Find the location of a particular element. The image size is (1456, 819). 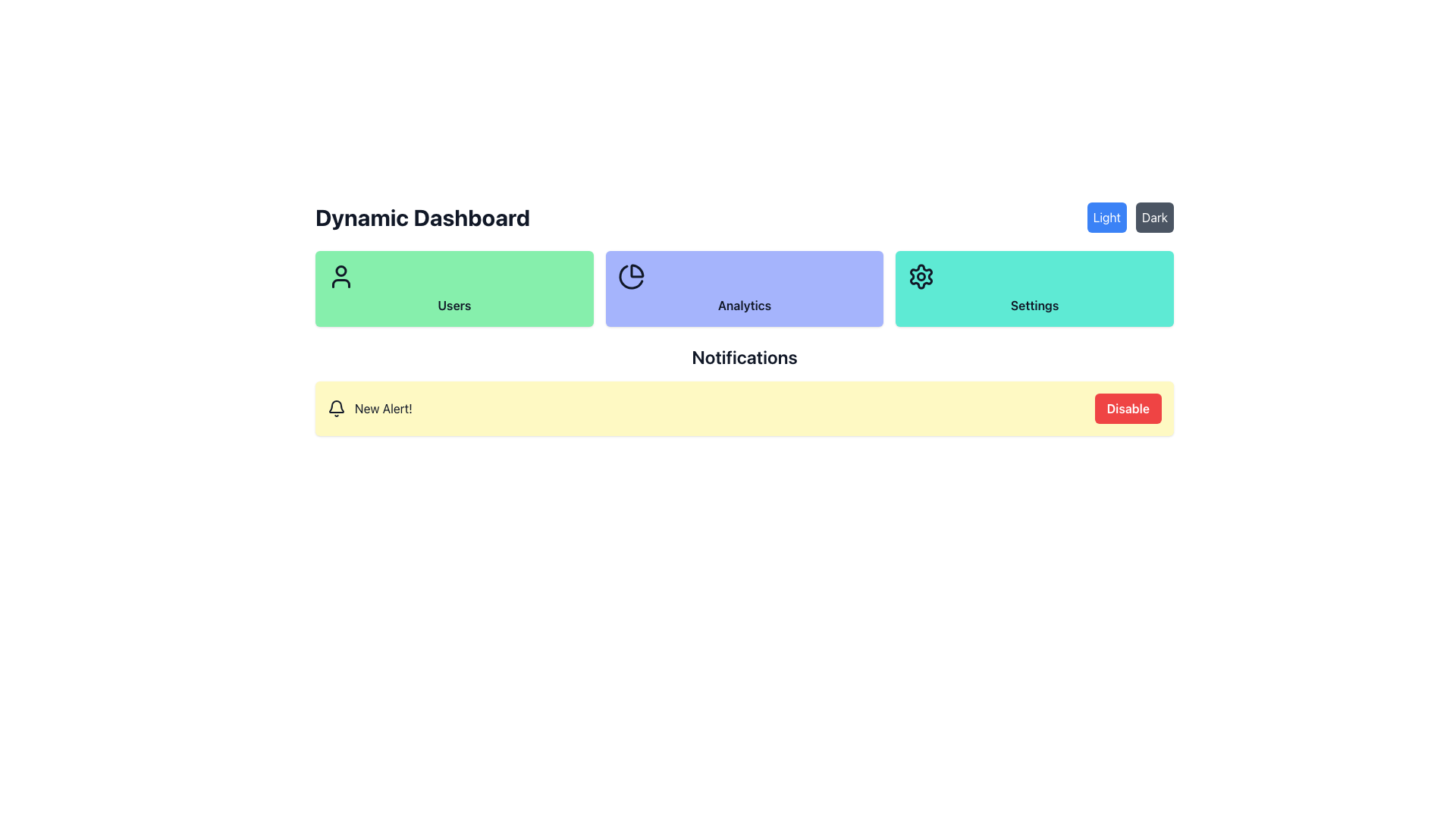

the gear icon located on the settings button, which is positioned to the far right in the row of utility buttons is located at coordinates (921, 277).